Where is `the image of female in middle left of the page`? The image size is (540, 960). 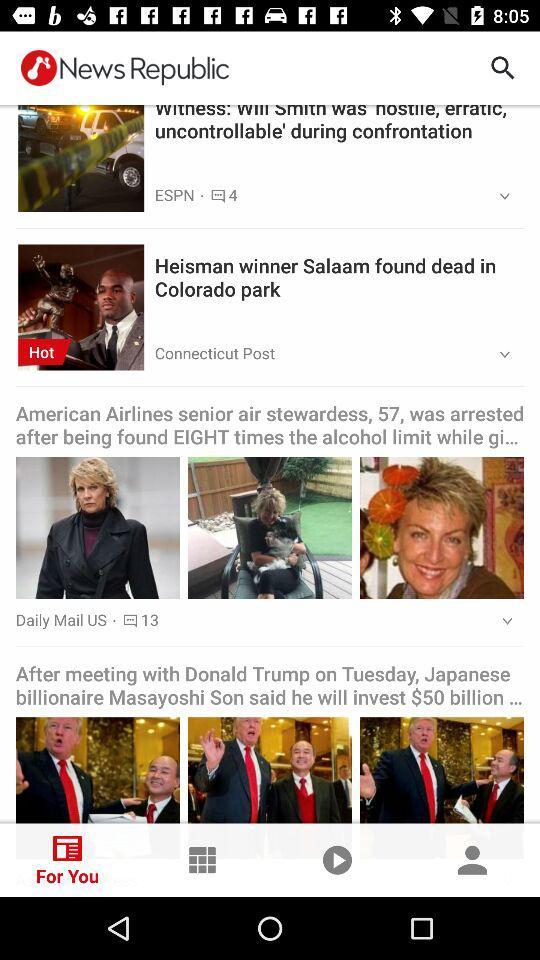 the image of female in middle left of the page is located at coordinates (97, 527).